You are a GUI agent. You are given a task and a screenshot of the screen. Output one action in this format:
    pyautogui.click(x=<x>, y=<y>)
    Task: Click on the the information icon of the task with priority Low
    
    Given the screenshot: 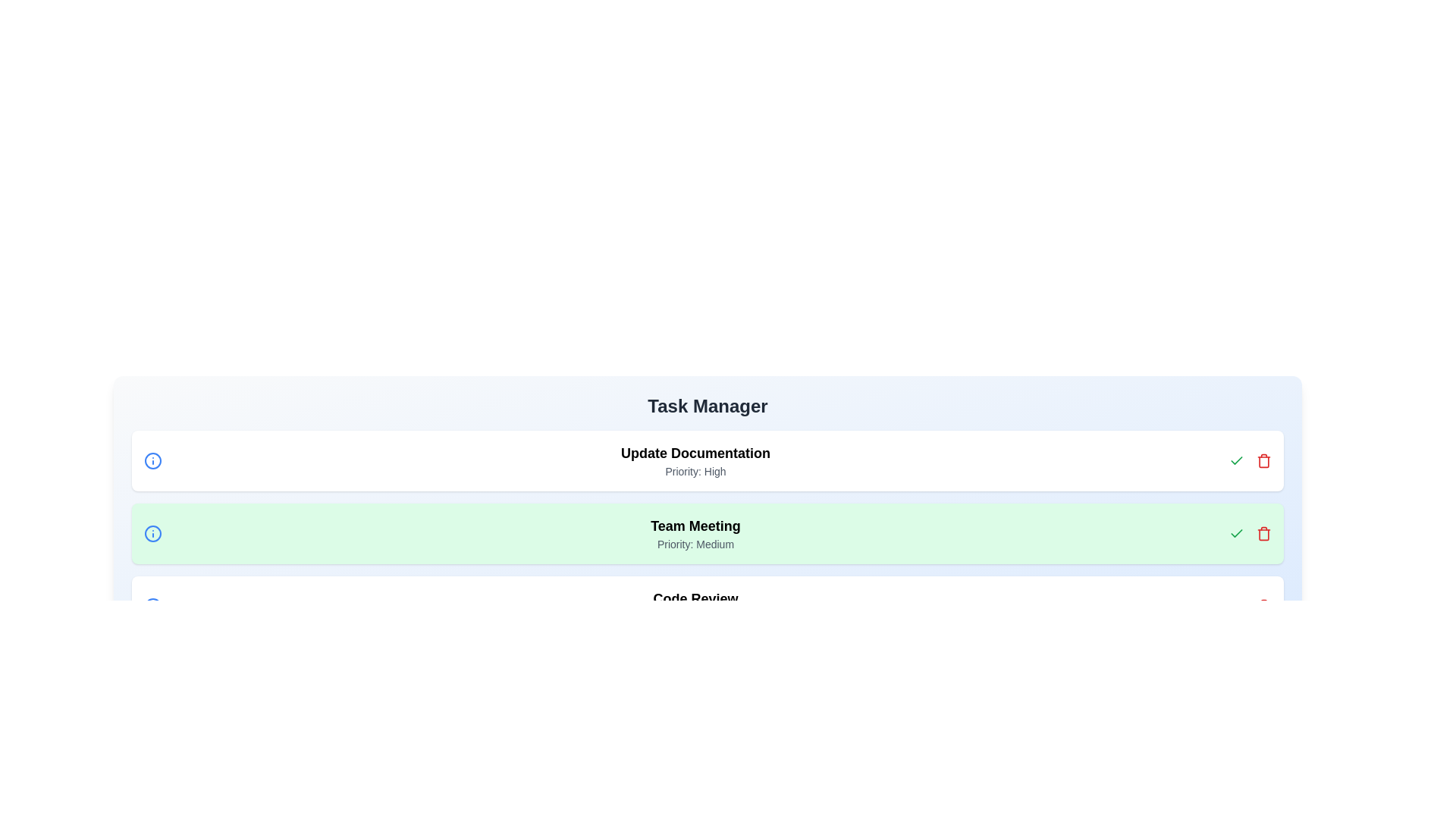 What is the action you would take?
    pyautogui.click(x=152, y=605)
    